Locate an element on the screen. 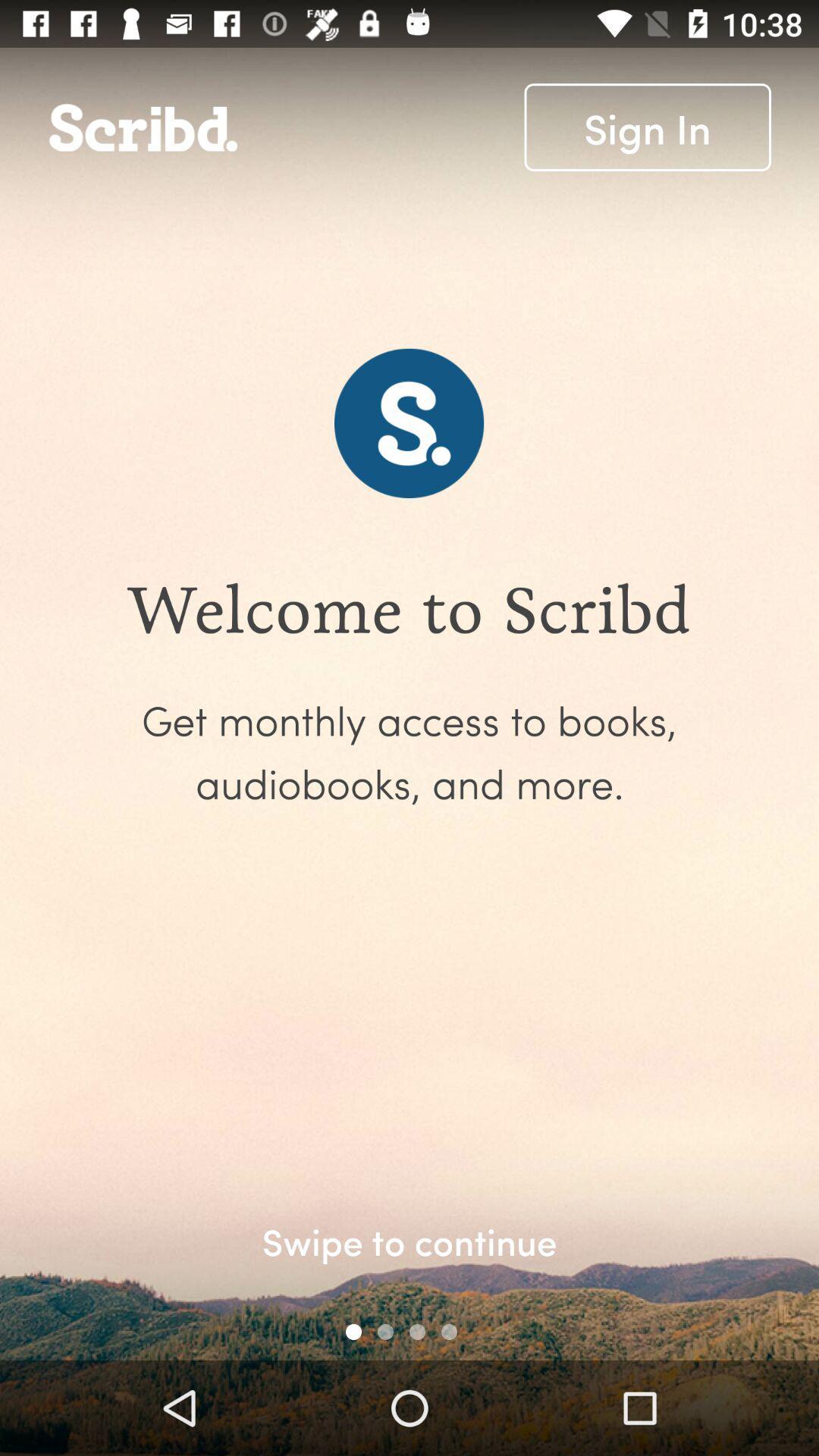 This screenshot has width=819, height=1456. sign in icon is located at coordinates (648, 127).